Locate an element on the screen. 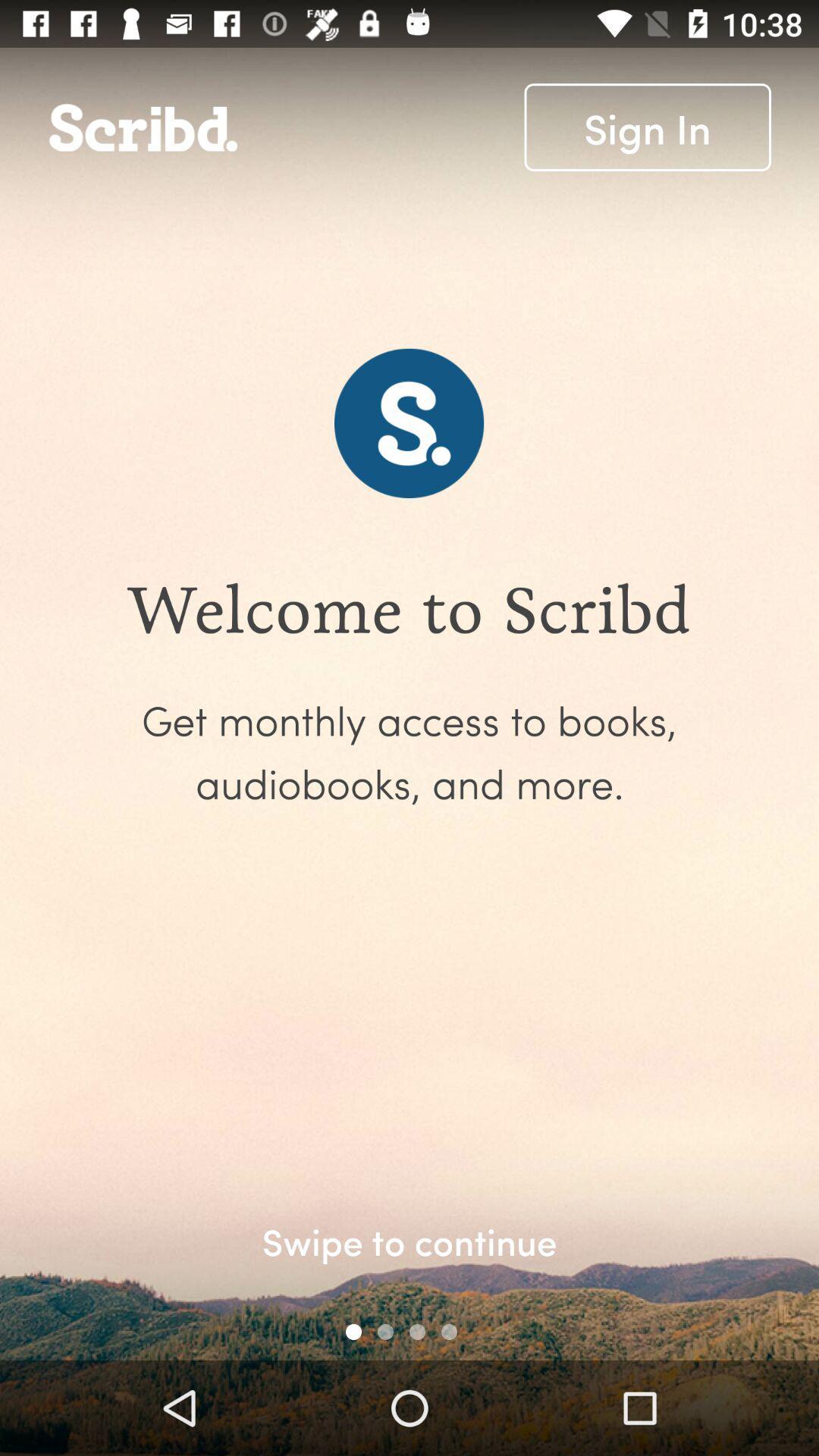 This screenshot has width=819, height=1456. sign in icon is located at coordinates (648, 127).